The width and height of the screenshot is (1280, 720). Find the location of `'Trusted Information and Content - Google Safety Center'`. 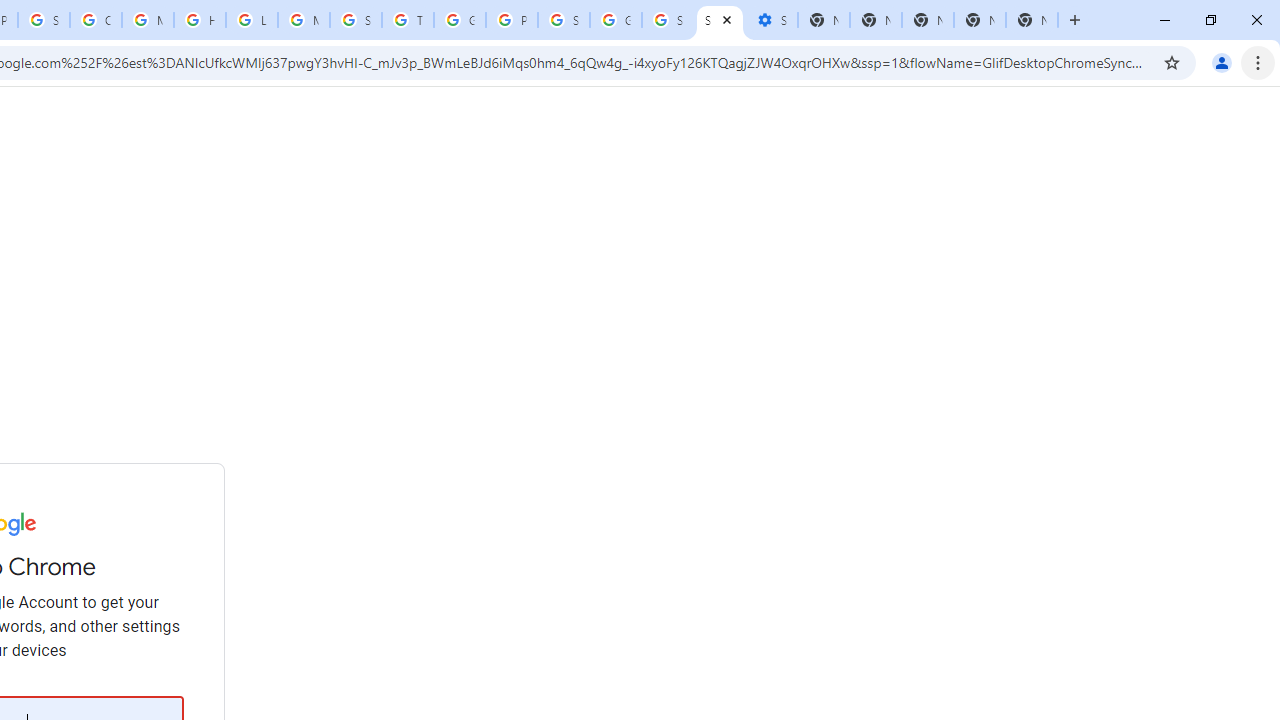

'Trusted Information and Content - Google Safety Center' is located at coordinates (406, 20).